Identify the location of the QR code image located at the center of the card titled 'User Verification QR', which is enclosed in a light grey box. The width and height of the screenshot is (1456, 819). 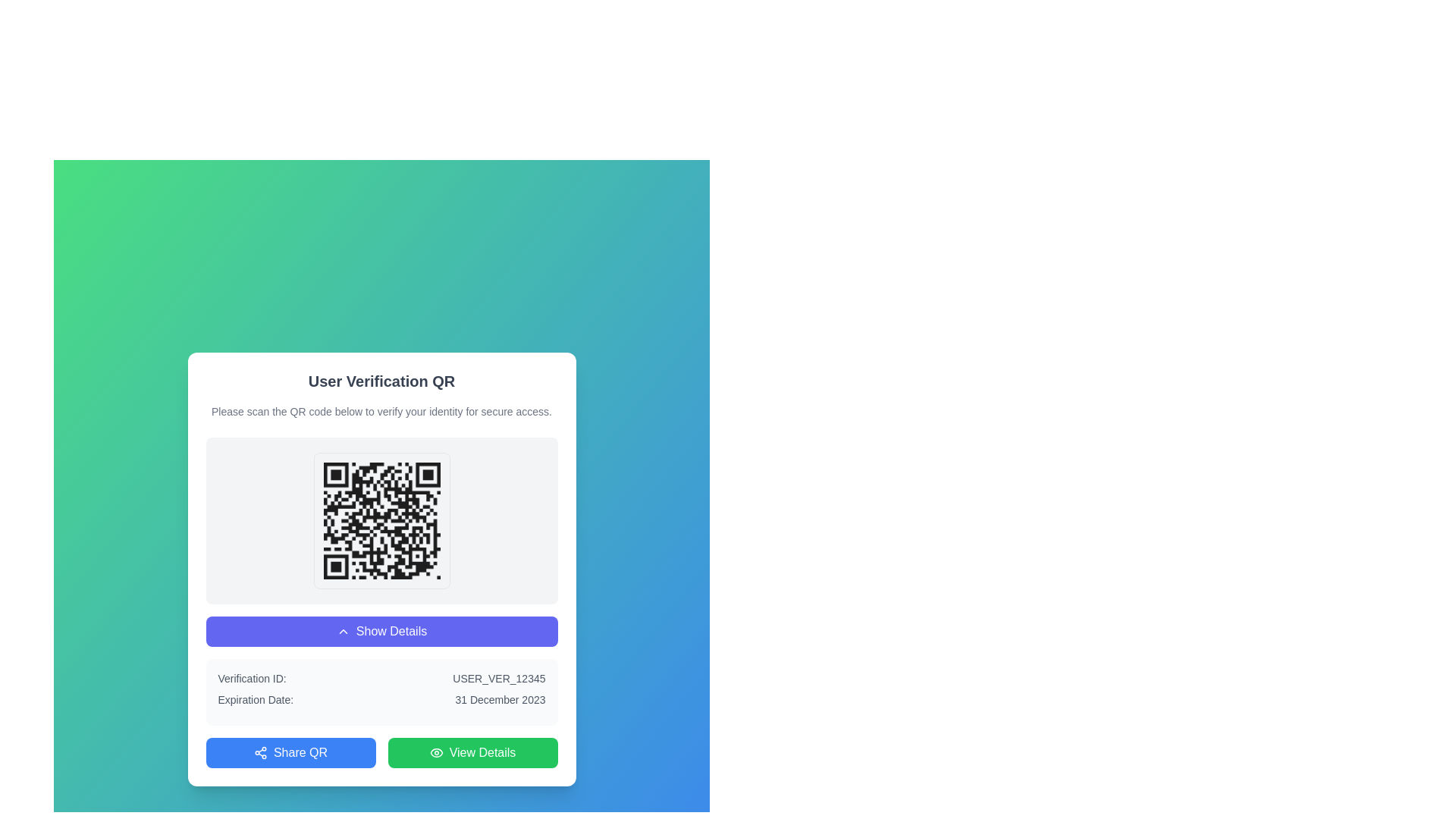
(381, 519).